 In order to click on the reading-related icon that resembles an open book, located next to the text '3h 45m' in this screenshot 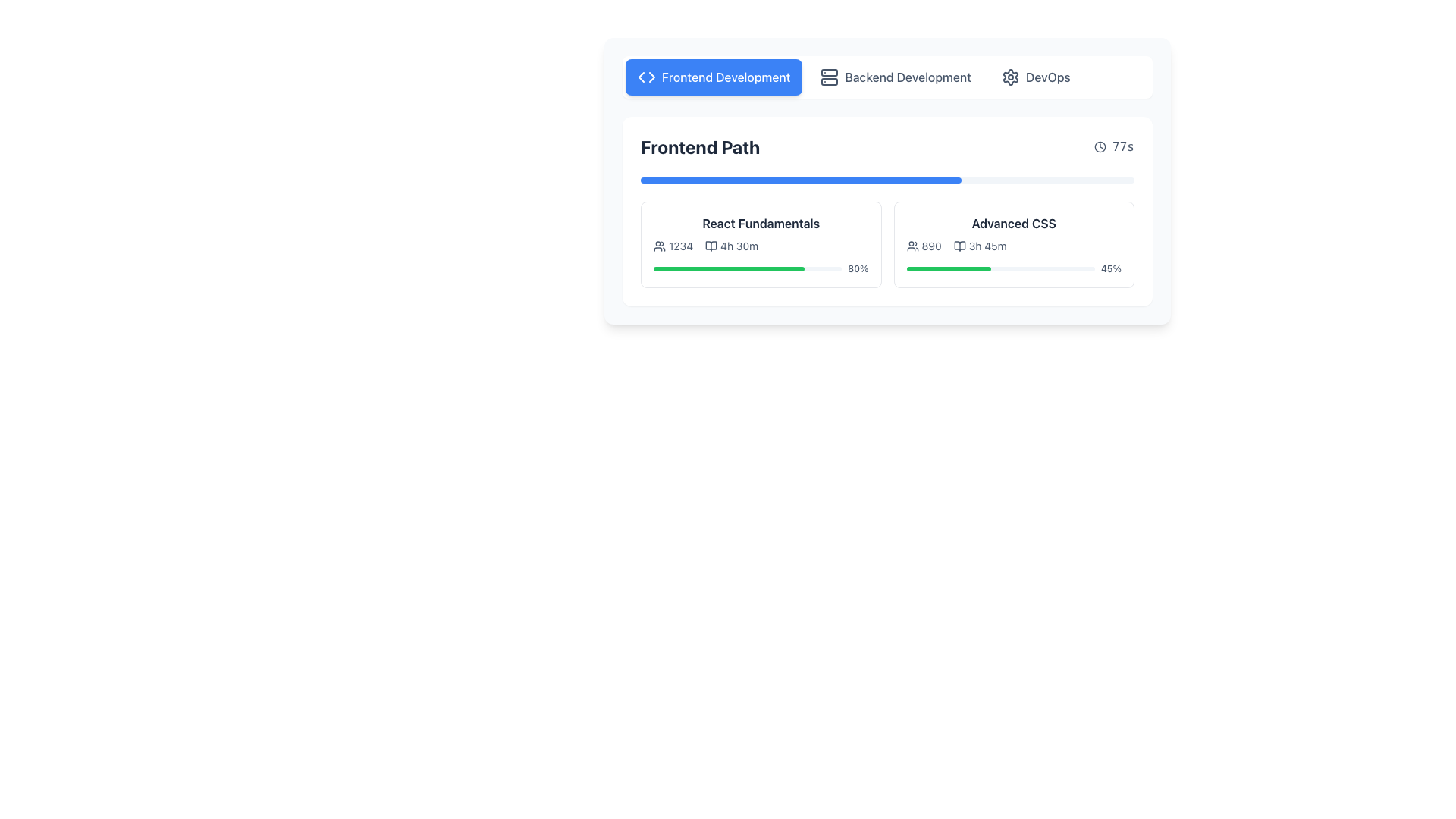, I will do `click(959, 245)`.